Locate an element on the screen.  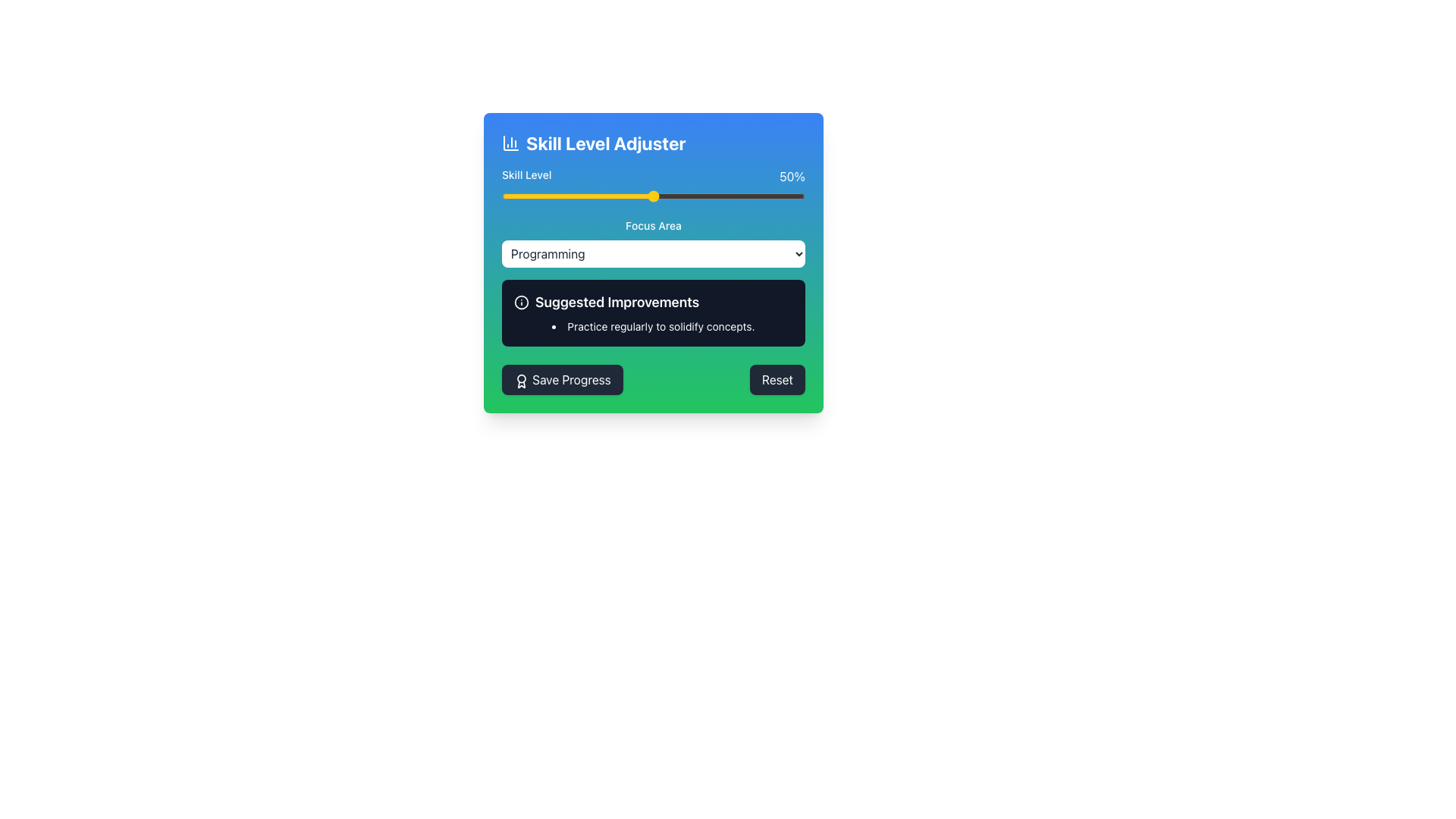
the skill level is located at coordinates (695, 195).